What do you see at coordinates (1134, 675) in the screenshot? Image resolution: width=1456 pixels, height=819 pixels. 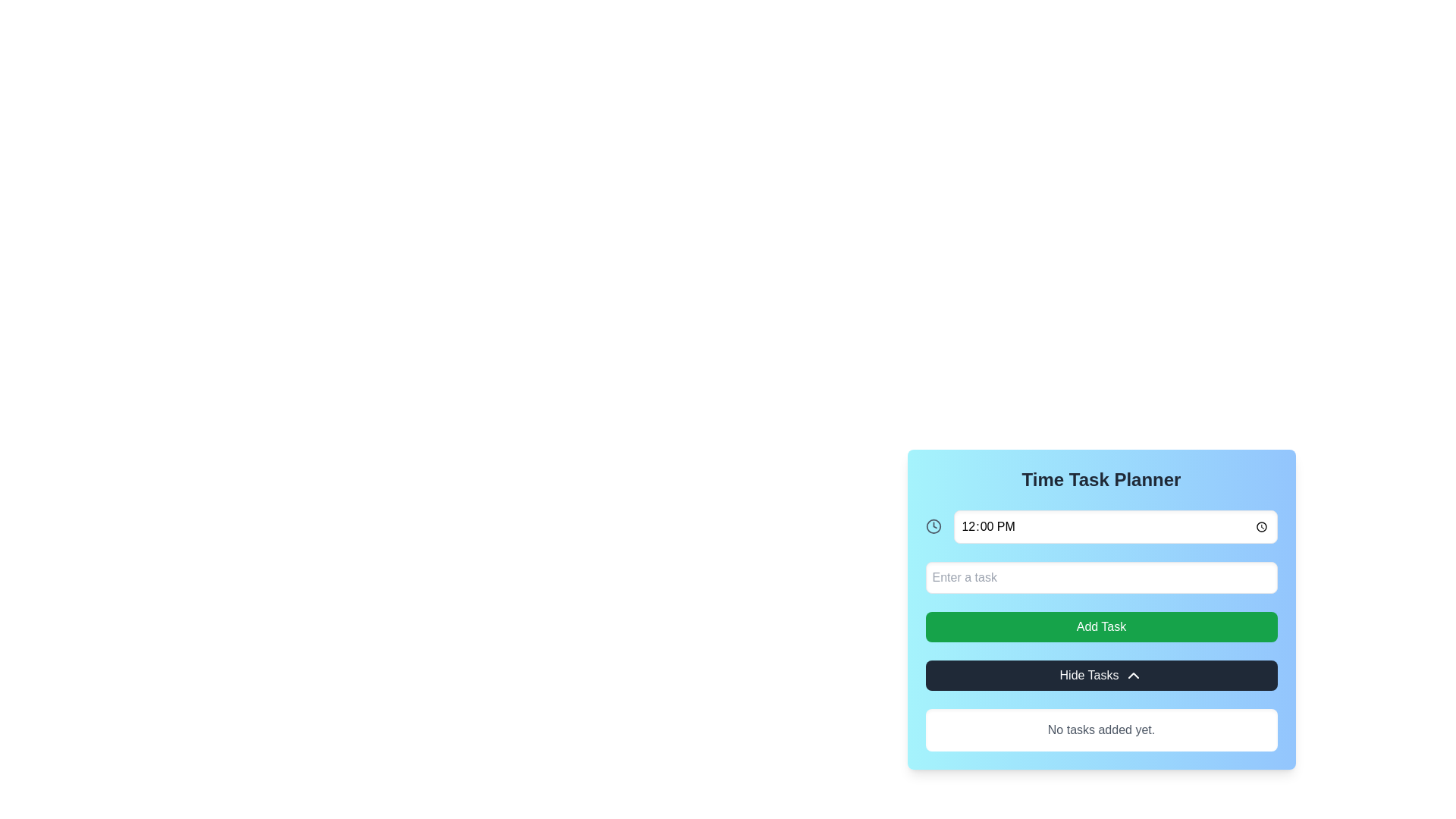 I see `the icon or indicator that indicates the possibility of collapsing or hiding tasks within the 'Hide Tasks' button in the 'Time Task Planner' section` at bounding box center [1134, 675].